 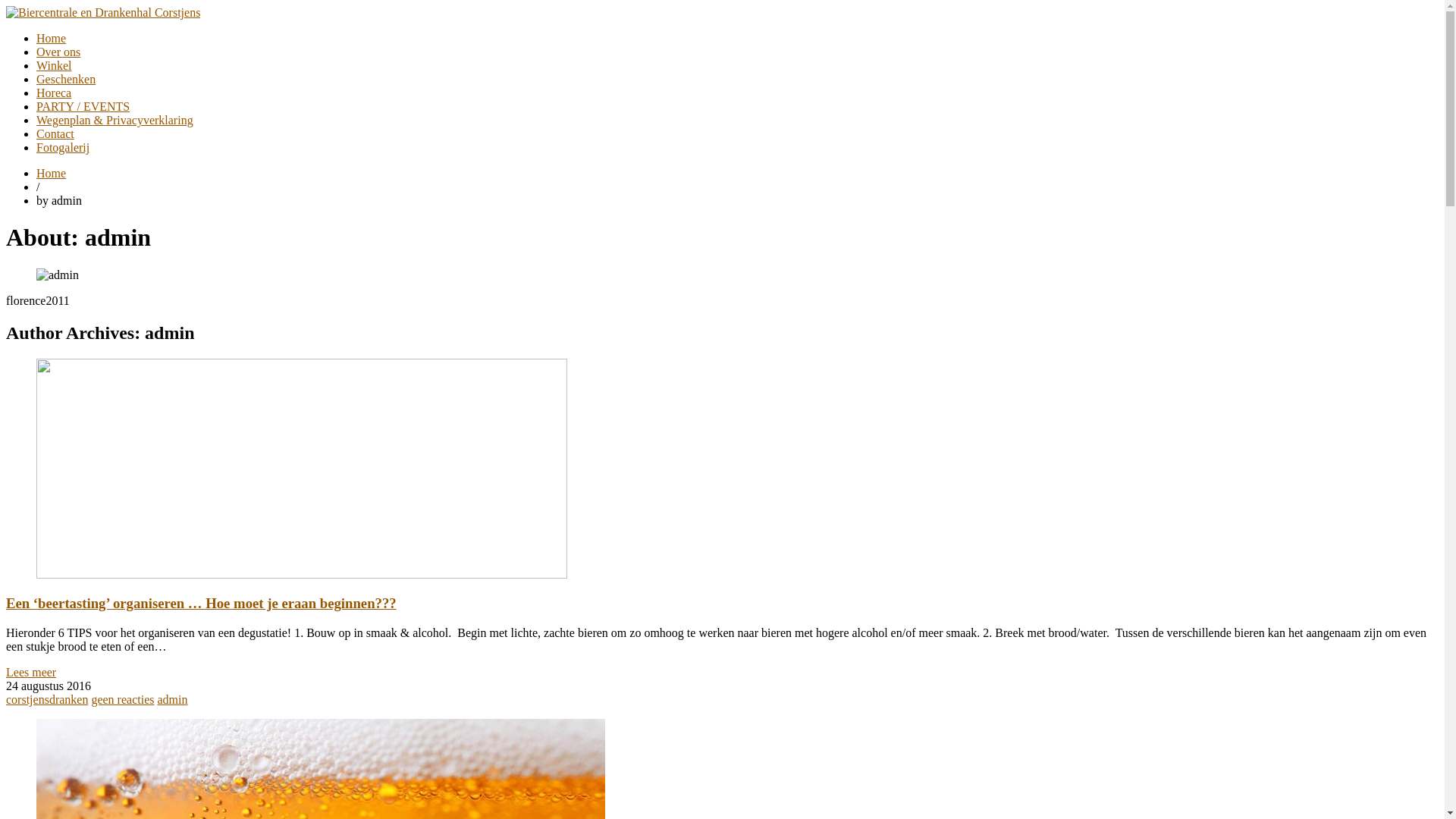 What do you see at coordinates (82, 105) in the screenshot?
I see `'PARTY / EVENTS'` at bounding box center [82, 105].